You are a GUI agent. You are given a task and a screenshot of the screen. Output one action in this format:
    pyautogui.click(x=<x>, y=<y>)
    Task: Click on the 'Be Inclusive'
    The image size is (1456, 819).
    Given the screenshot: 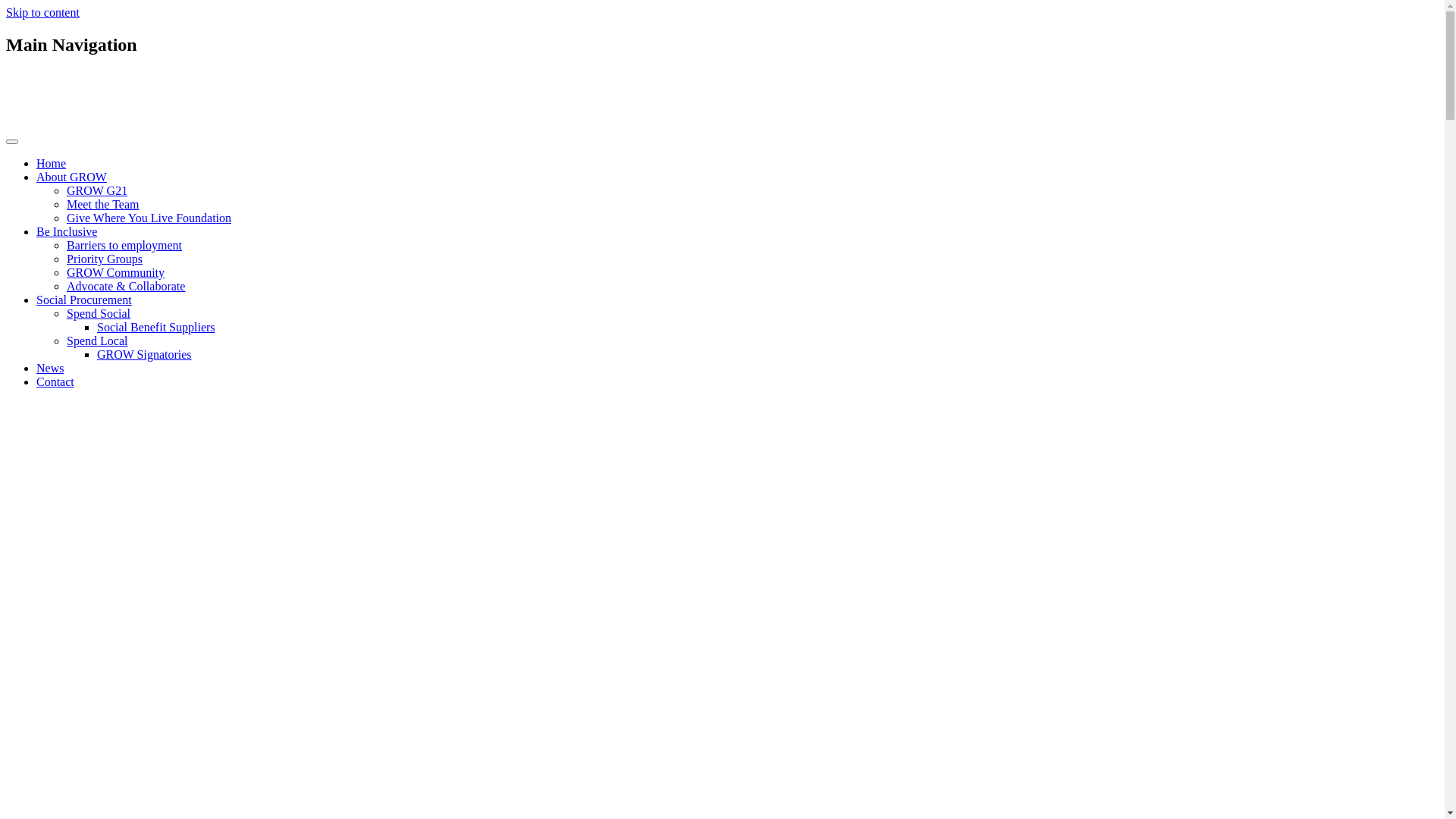 What is the action you would take?
    pyautogui.click(x=65, y=231)
    